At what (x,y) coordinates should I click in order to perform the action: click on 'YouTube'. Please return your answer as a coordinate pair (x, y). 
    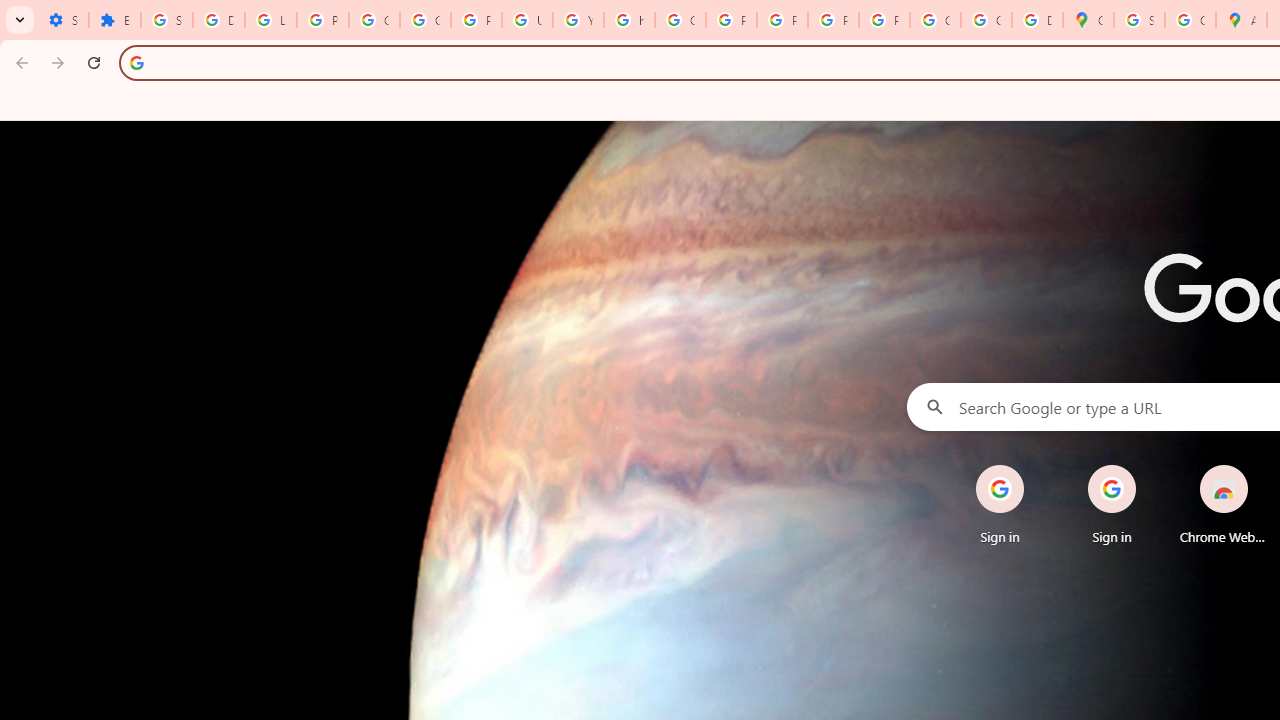
    Looking at the image, I should click on (577, 20).